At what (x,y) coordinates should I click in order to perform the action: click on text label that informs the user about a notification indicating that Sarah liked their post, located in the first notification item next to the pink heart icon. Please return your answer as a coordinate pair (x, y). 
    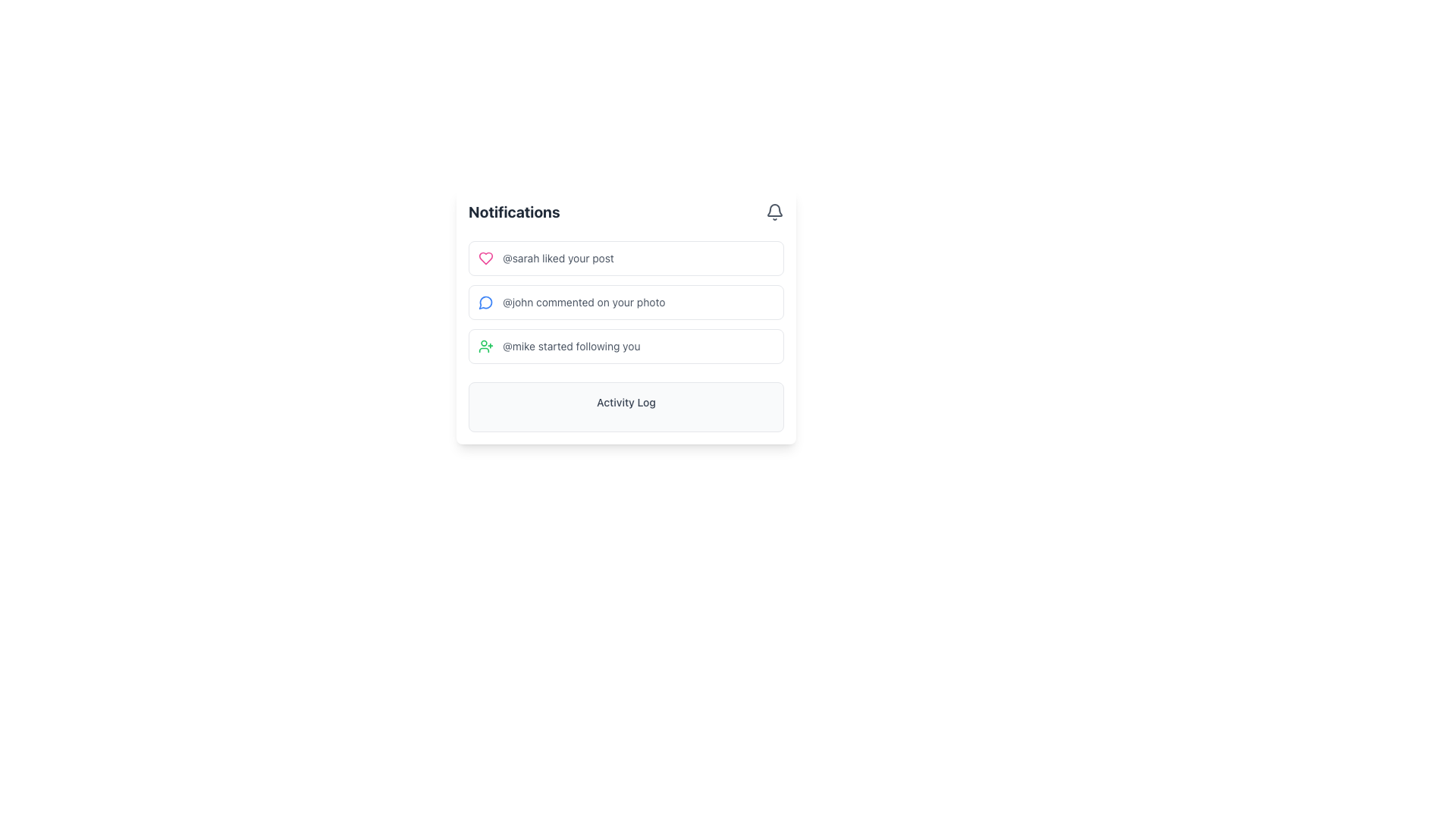
    Looking at the image, I should click on (557, 257).